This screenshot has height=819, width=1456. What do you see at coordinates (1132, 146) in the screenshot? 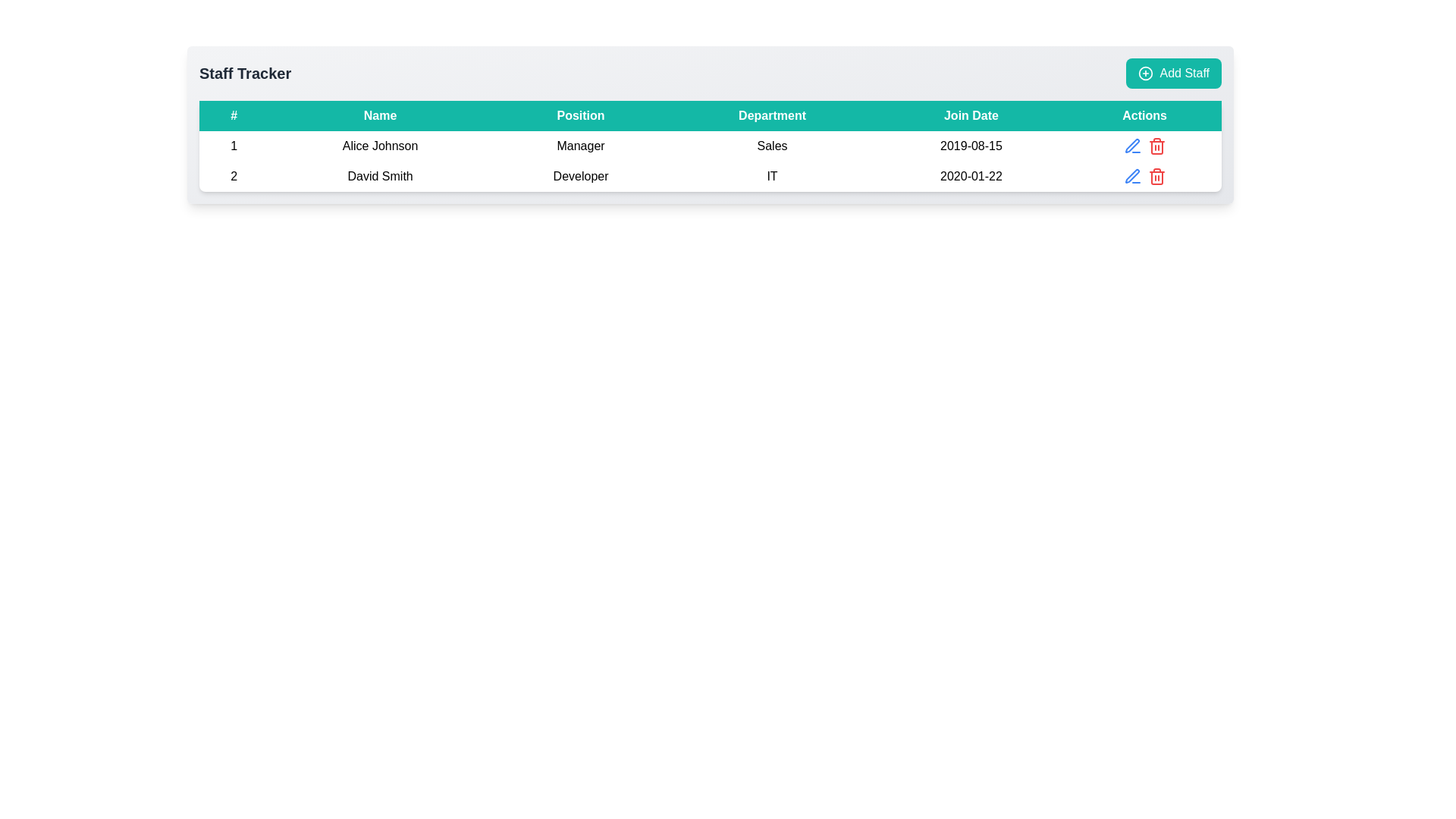
I see `the edit button icon located in the 'Actions' column of the second row in the table` at bounding box center [1132, 146].